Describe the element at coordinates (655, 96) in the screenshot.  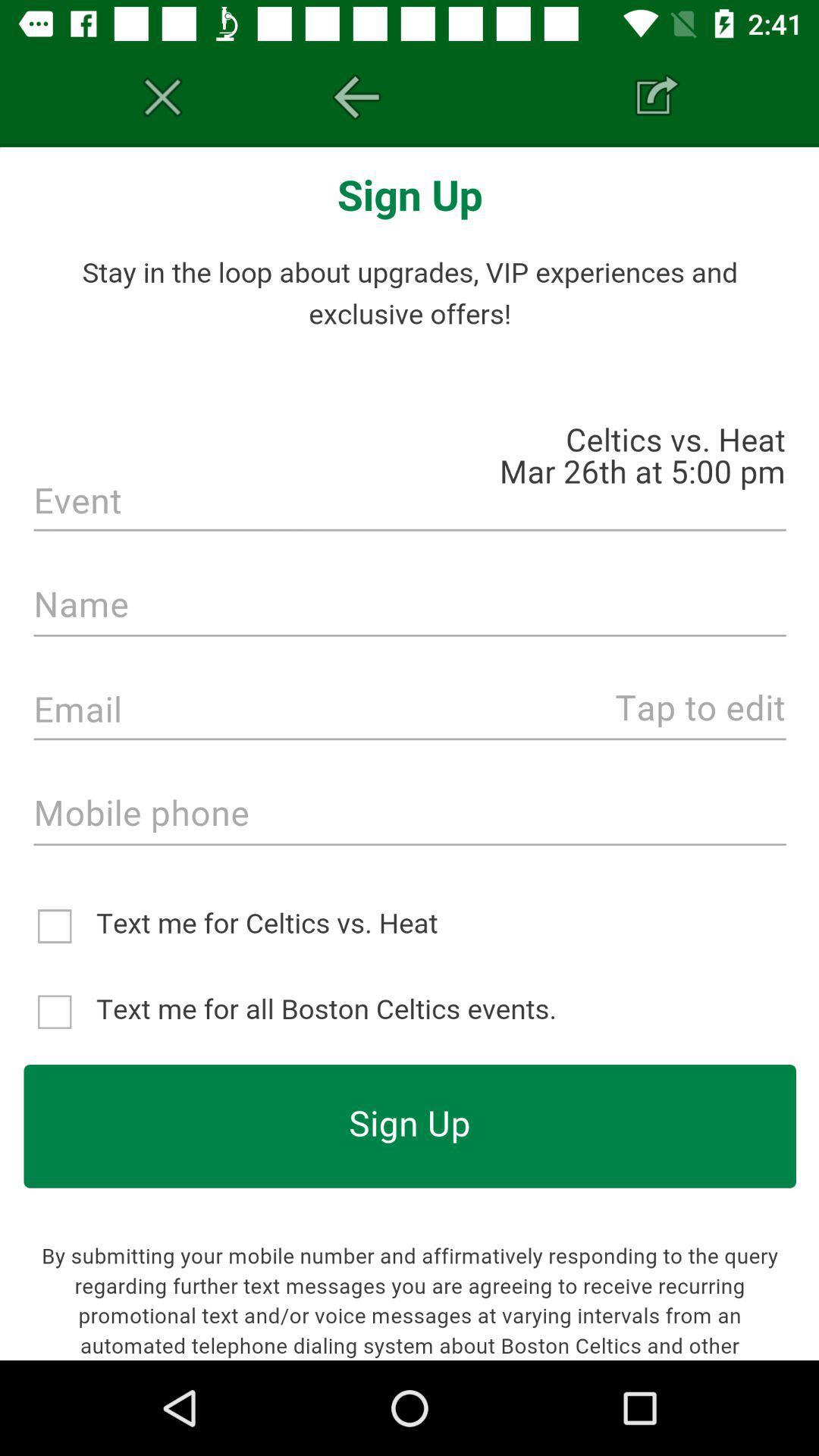
I see `send` at that location.